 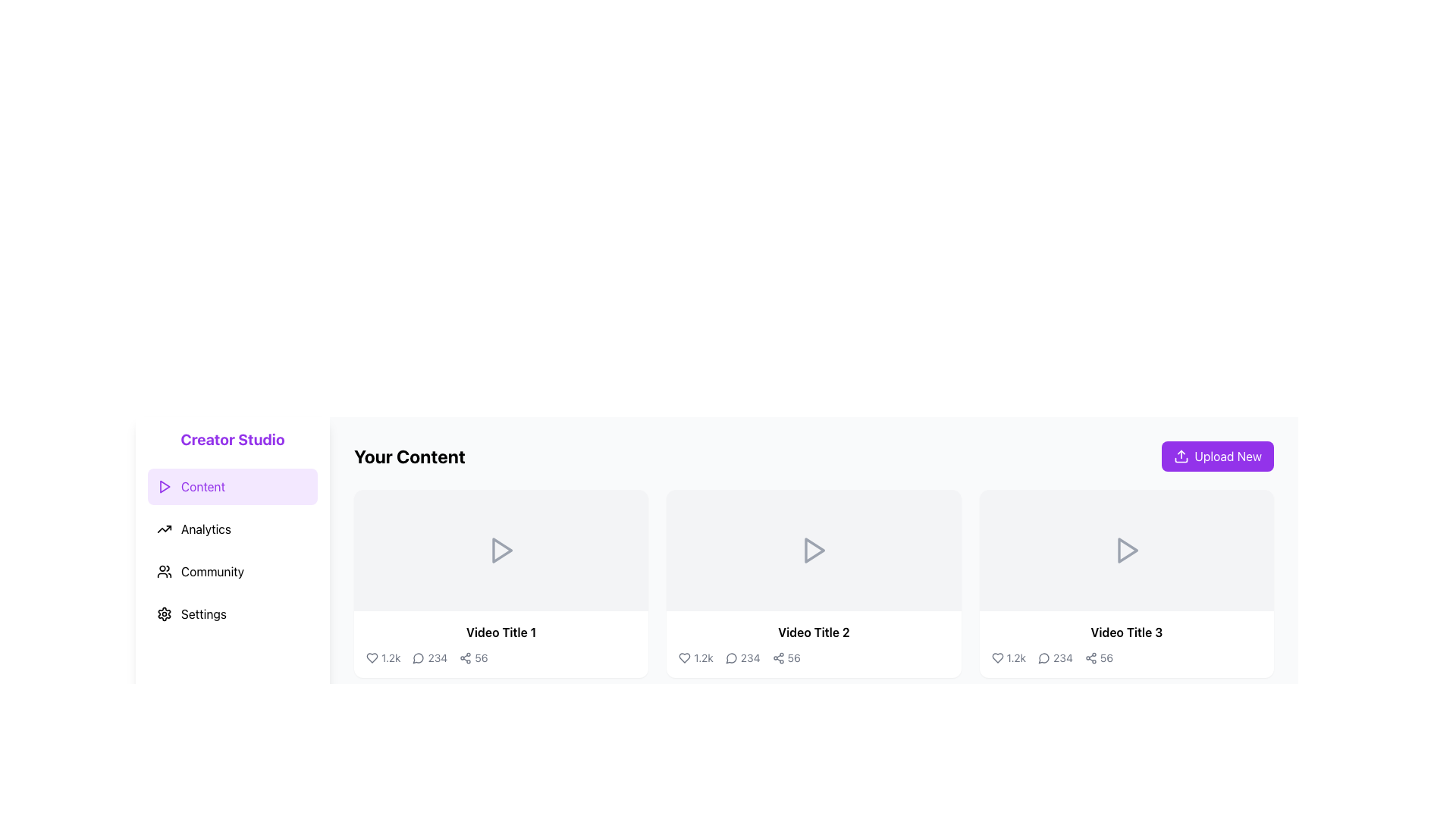 What do you see at coordinates (813, 550) in the screenshot?
I see `the triangular play icon, which is styled in light gray and located within the second card under the heading 'Your Content.'` at bounding box center [813, 550].